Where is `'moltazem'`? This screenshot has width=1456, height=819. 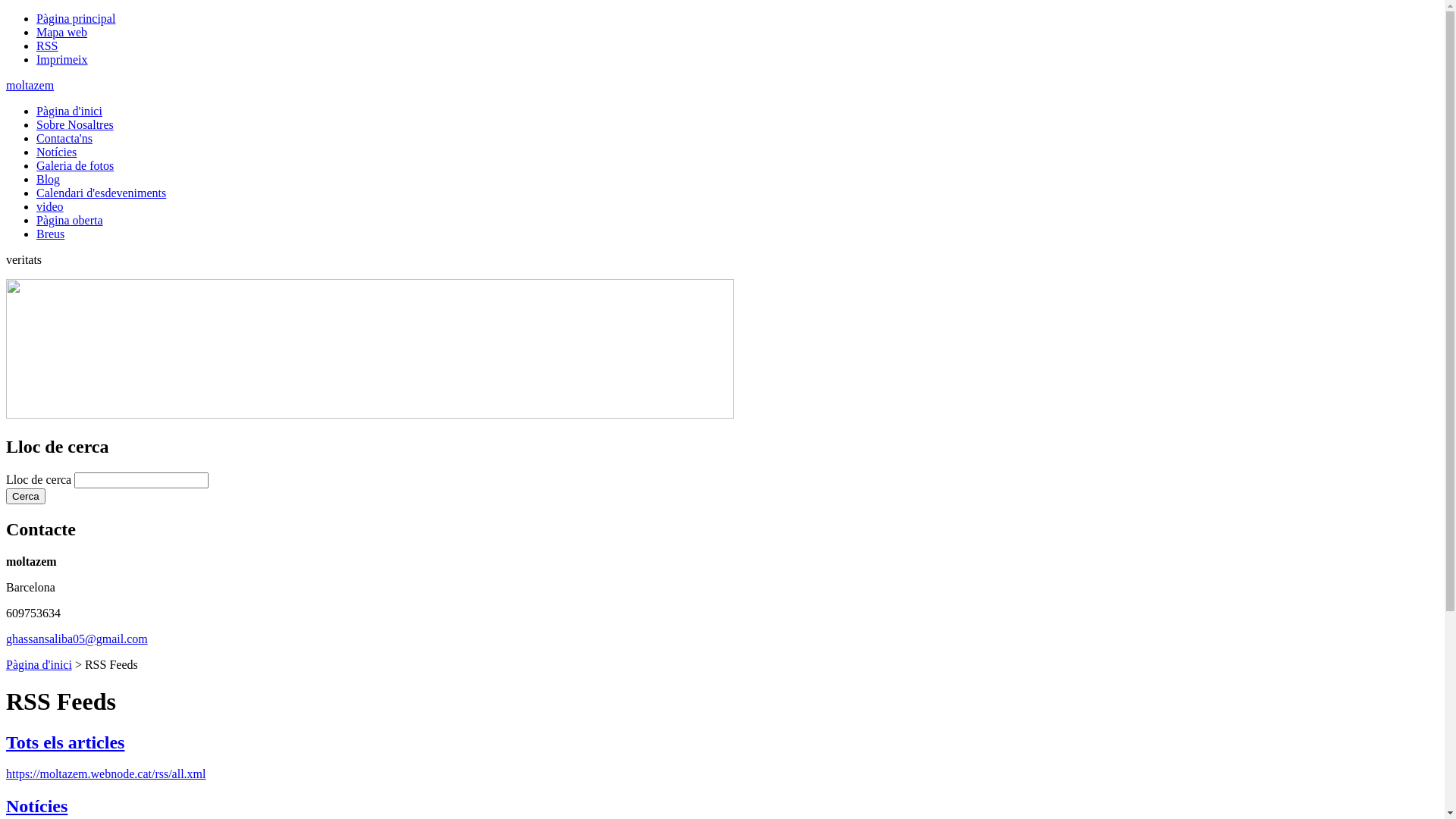 'moltazem' is located at coordinates (30, 85).